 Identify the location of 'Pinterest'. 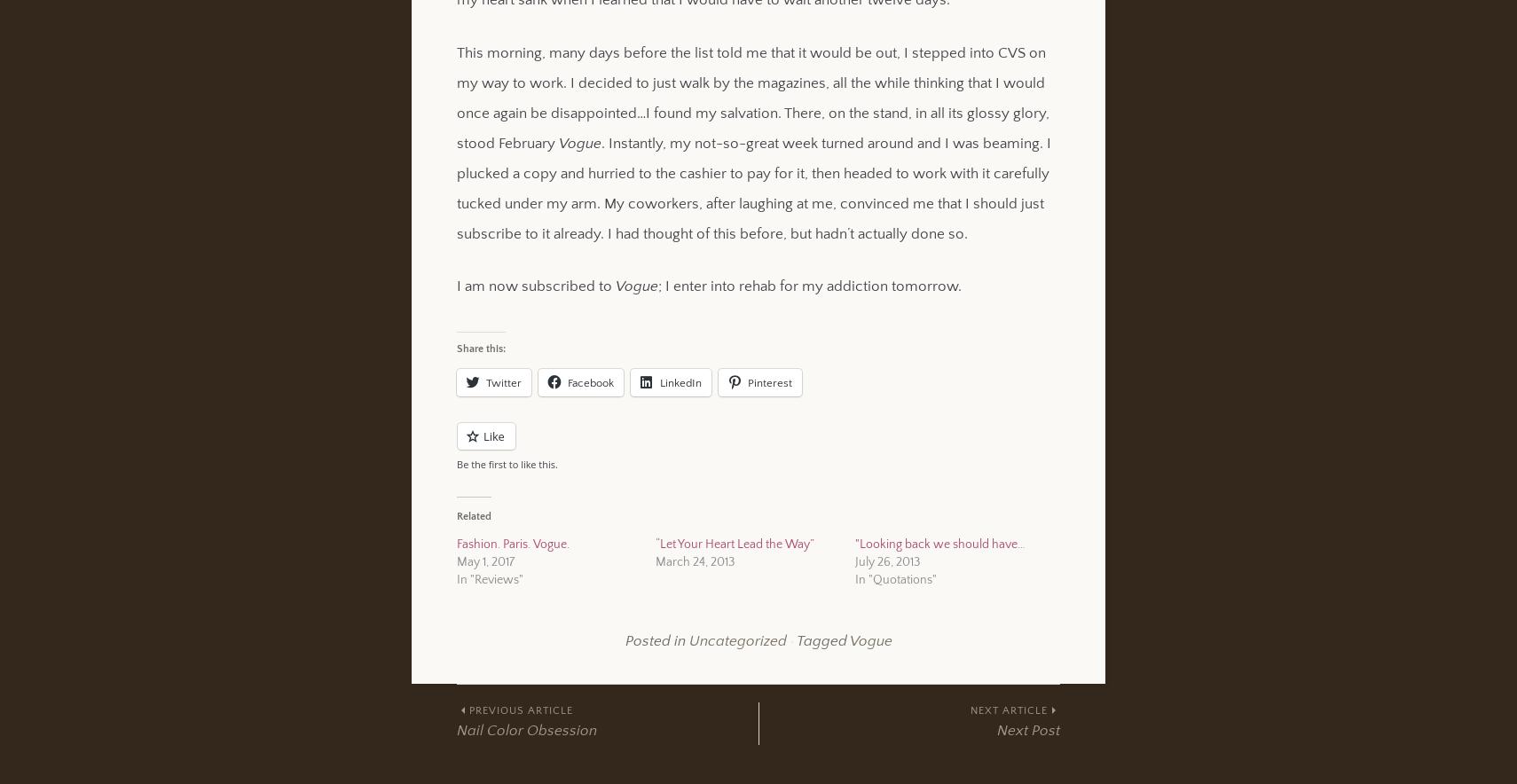
(768, 381).